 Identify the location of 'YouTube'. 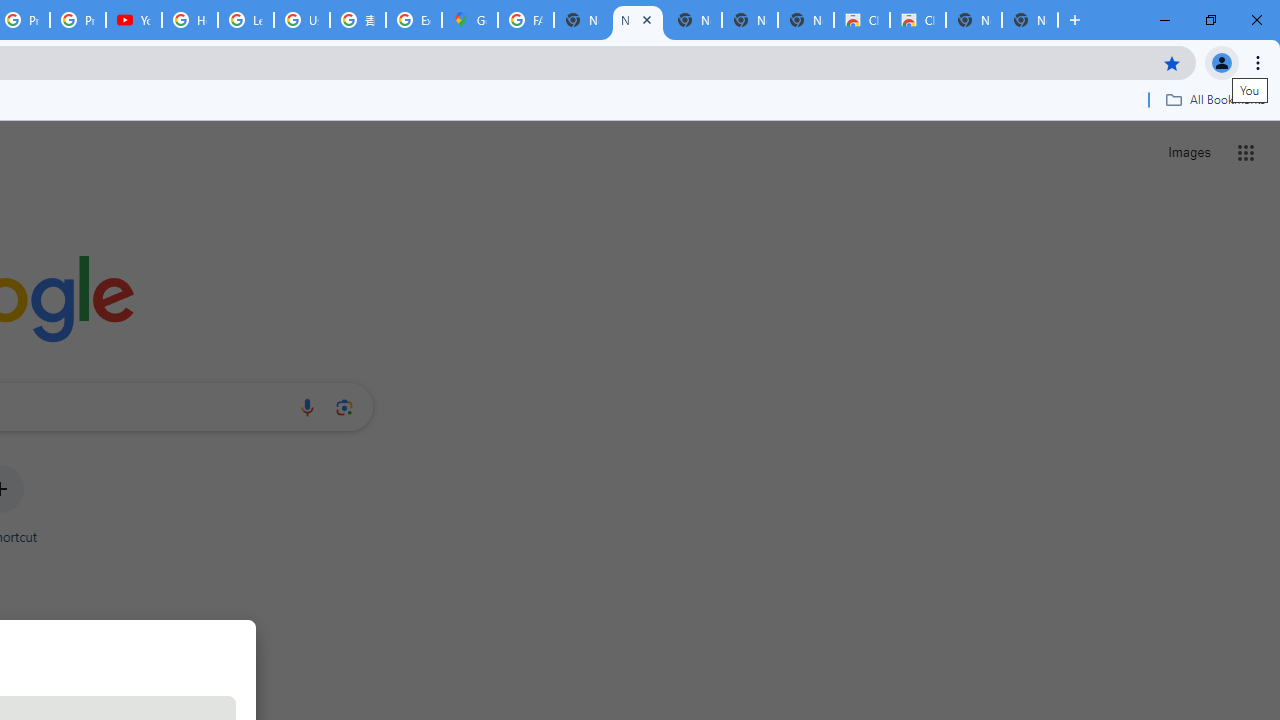
(133, 20).